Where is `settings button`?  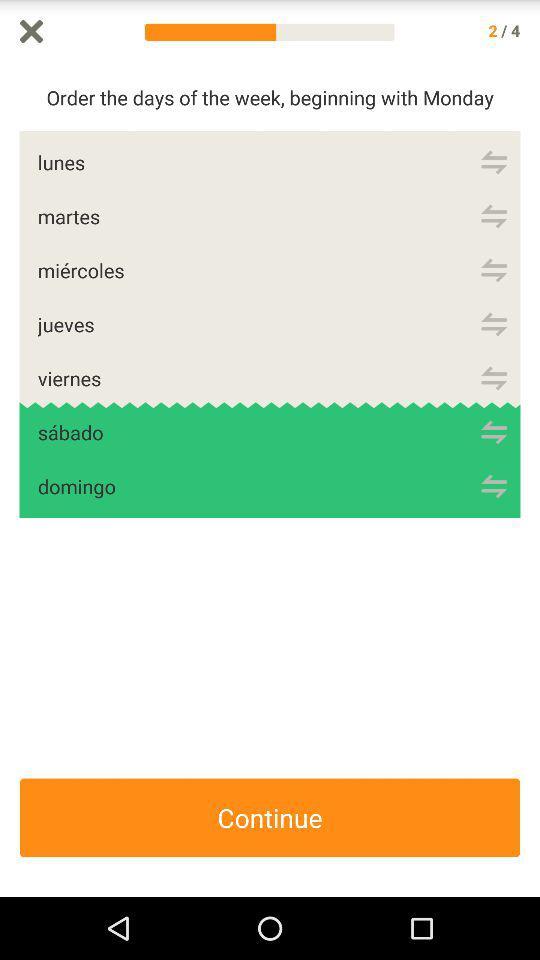 settings button is located at coordinates (493, 377).